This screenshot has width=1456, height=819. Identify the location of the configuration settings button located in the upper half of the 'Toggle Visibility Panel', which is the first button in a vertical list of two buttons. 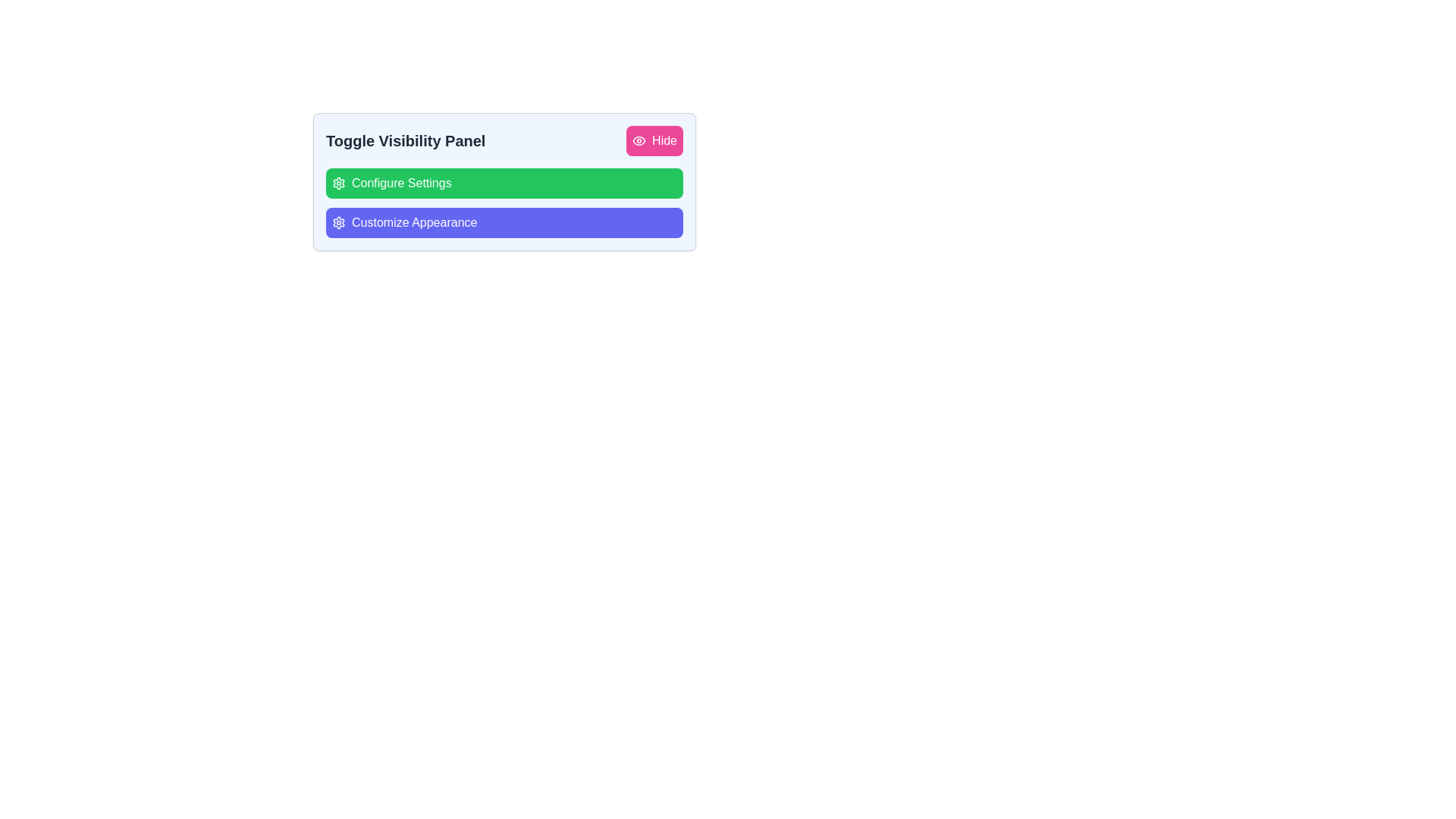
(504, 183).